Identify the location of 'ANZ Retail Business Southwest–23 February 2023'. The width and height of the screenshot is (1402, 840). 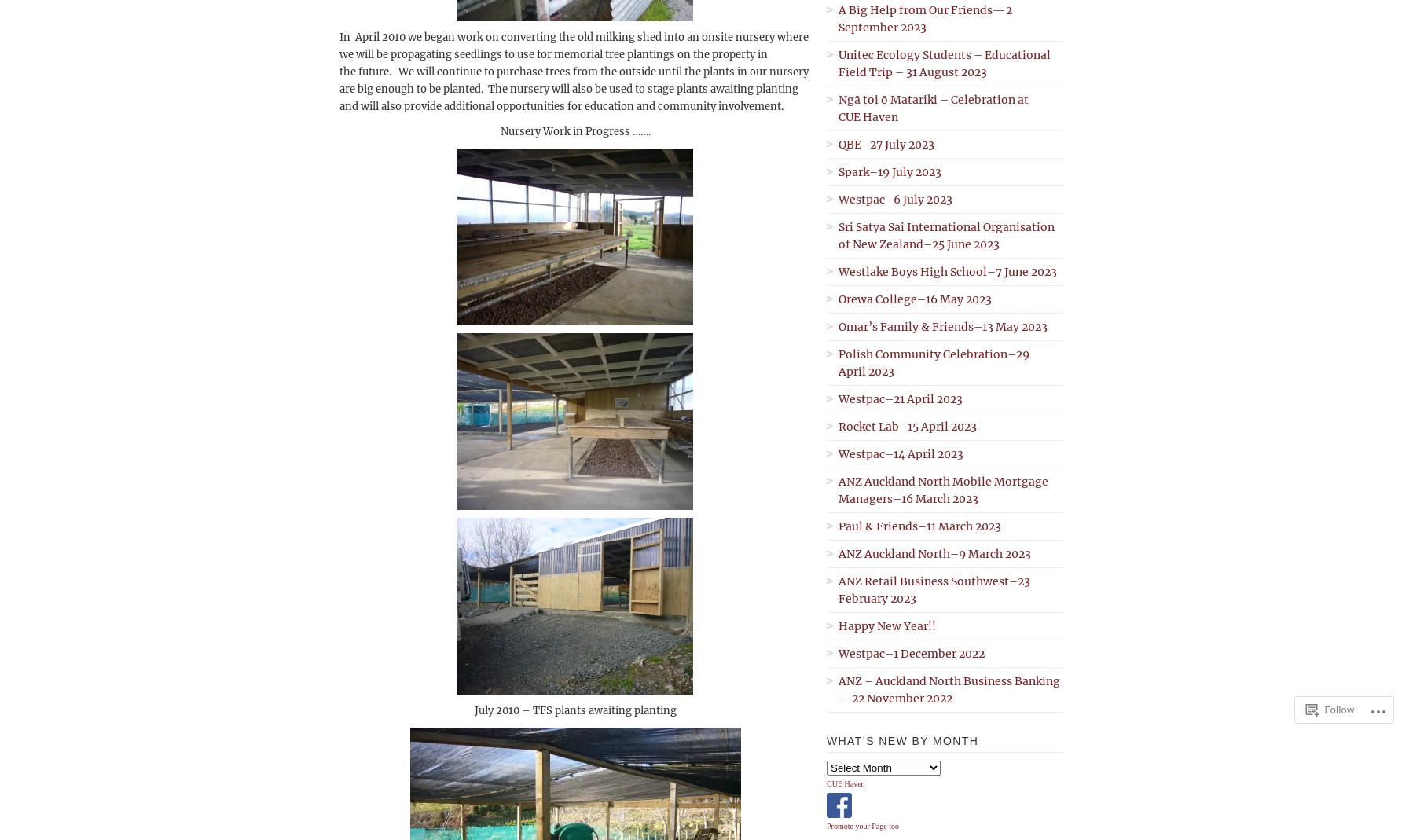
(934, 589).